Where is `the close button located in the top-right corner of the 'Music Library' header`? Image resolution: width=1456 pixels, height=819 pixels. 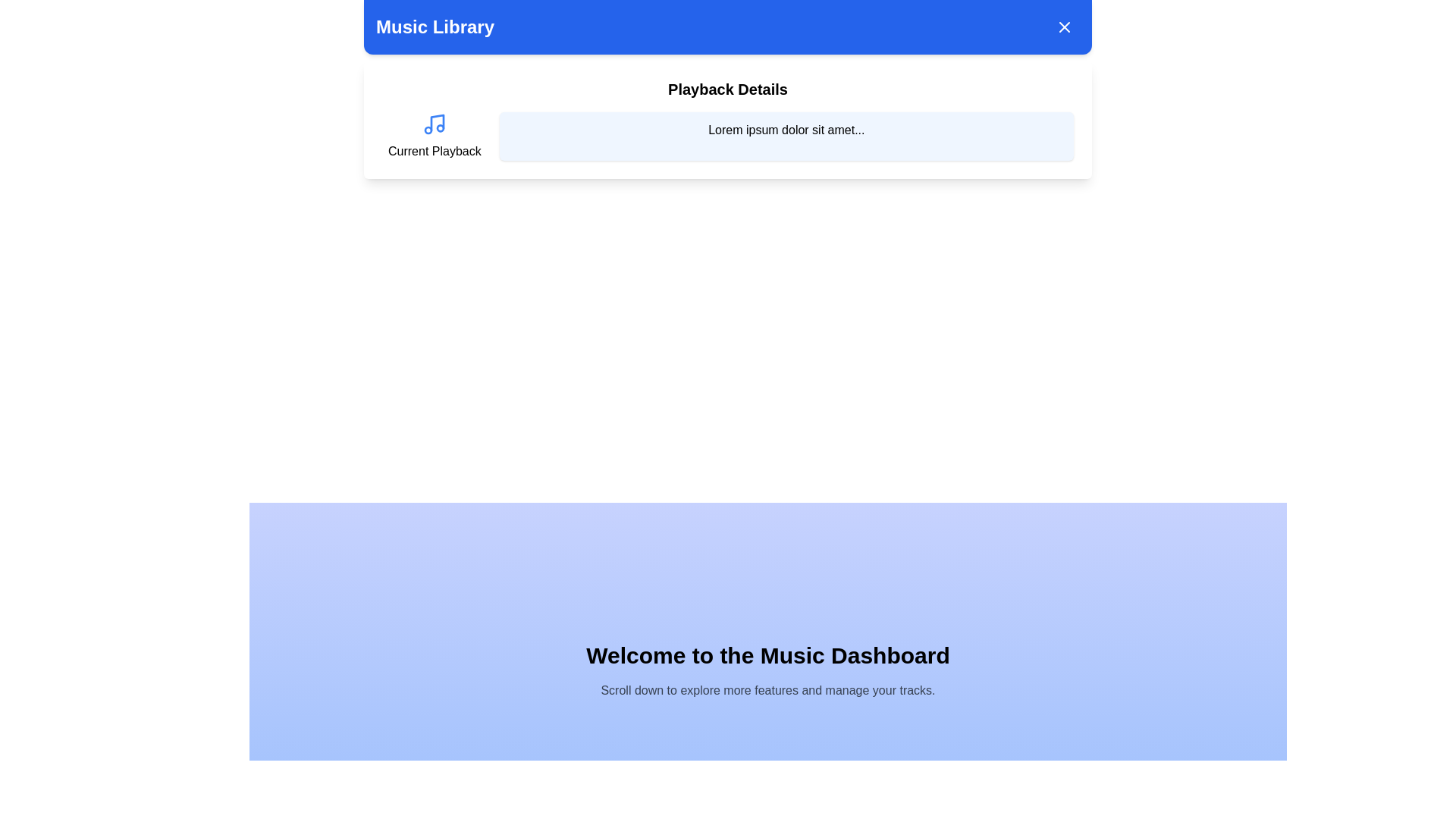
the close button located in the top-right corner of the 'Music Library' header is located at coordinates (1063, 27).